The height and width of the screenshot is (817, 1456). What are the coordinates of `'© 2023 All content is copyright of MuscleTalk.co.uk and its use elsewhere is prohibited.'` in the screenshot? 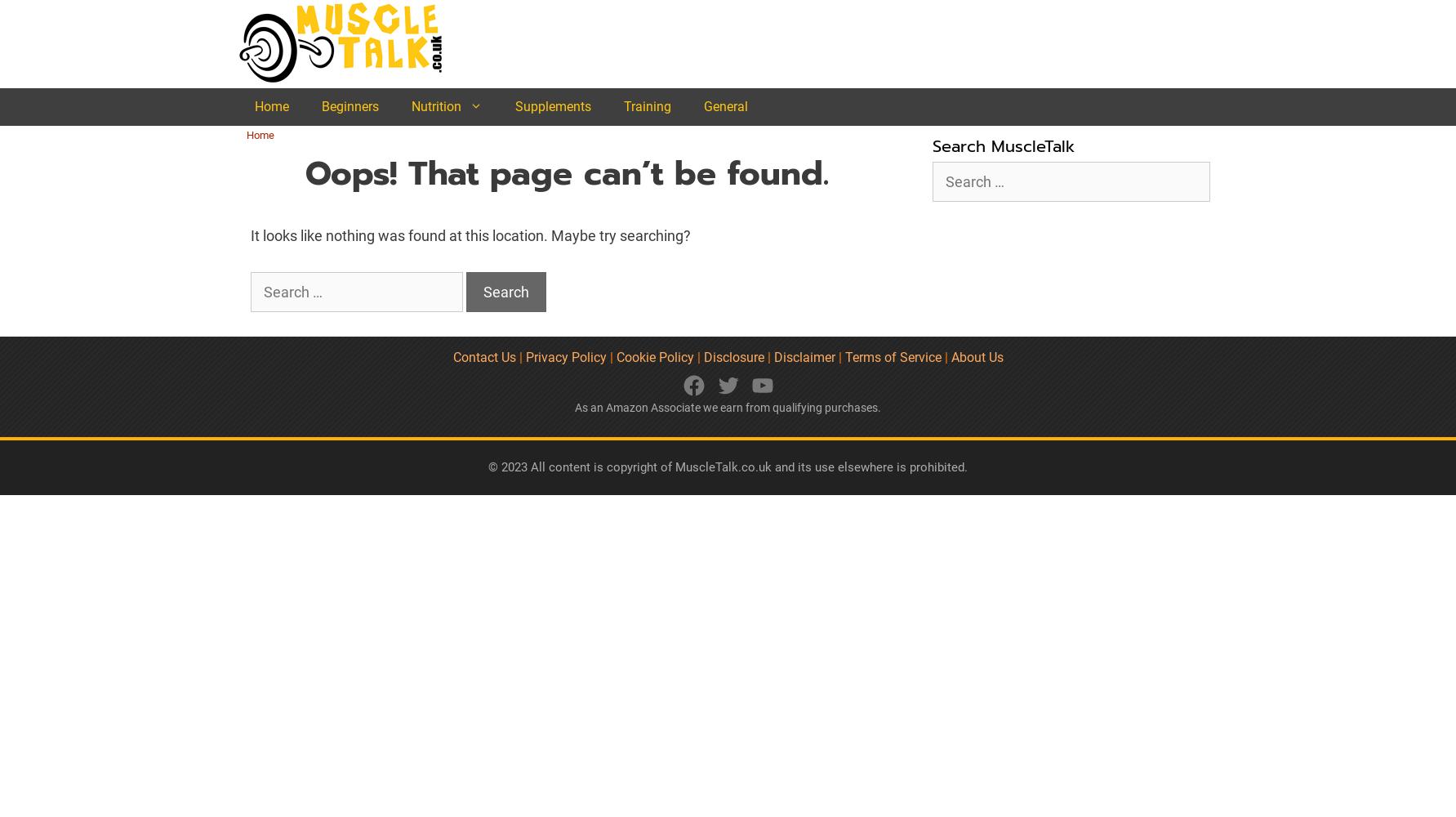 It's located at (728, 466).